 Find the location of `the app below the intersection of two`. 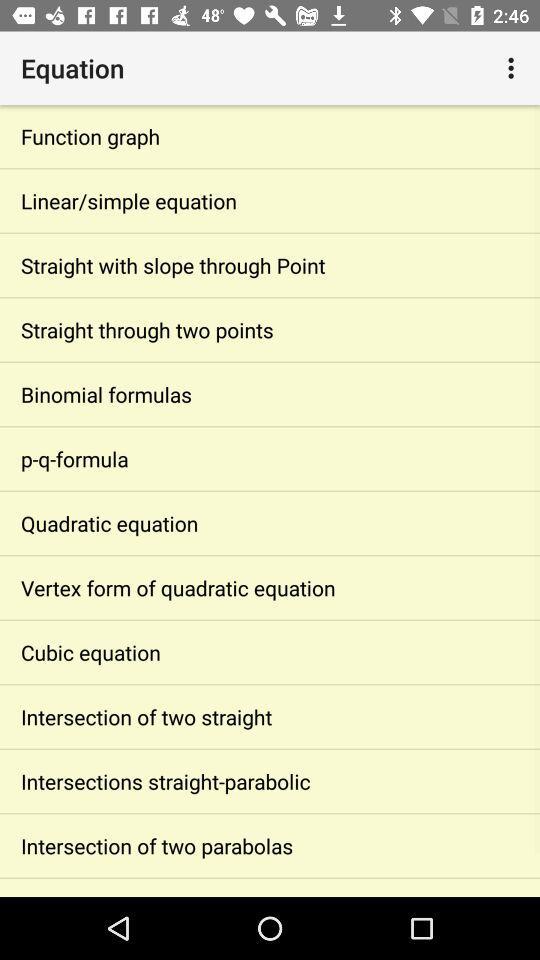

the app below the intersection of two is located at coordinates (270, 781).